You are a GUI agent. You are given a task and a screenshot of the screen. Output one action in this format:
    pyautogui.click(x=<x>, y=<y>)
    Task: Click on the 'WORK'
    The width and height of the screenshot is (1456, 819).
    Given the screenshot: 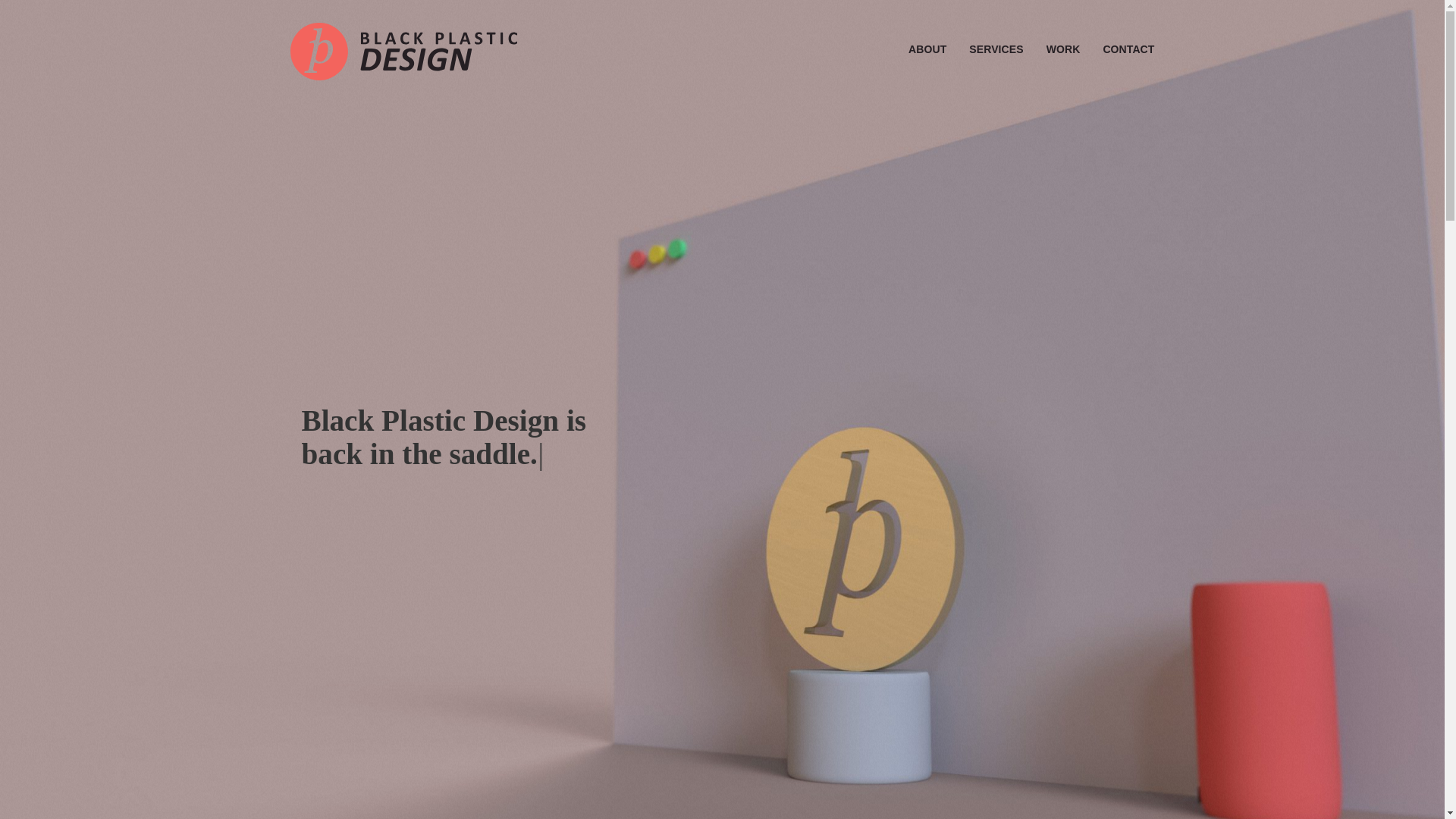 What is the action you would take?
    pyautogui.click(x=1062, y=49)
    